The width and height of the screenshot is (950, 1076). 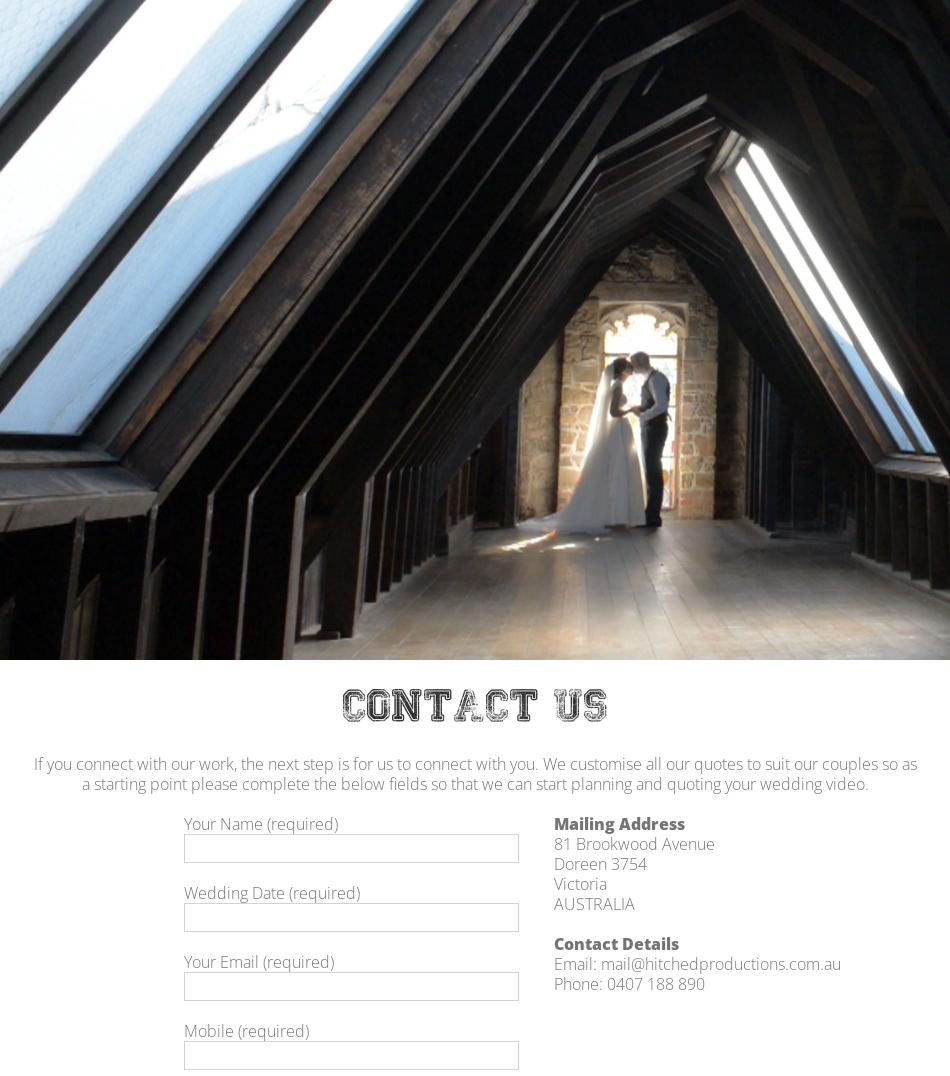 What do you see at coordinates (259, 822) in the screenshot?
I see `'Your Name (required)'` at bounding box center [259, 822].